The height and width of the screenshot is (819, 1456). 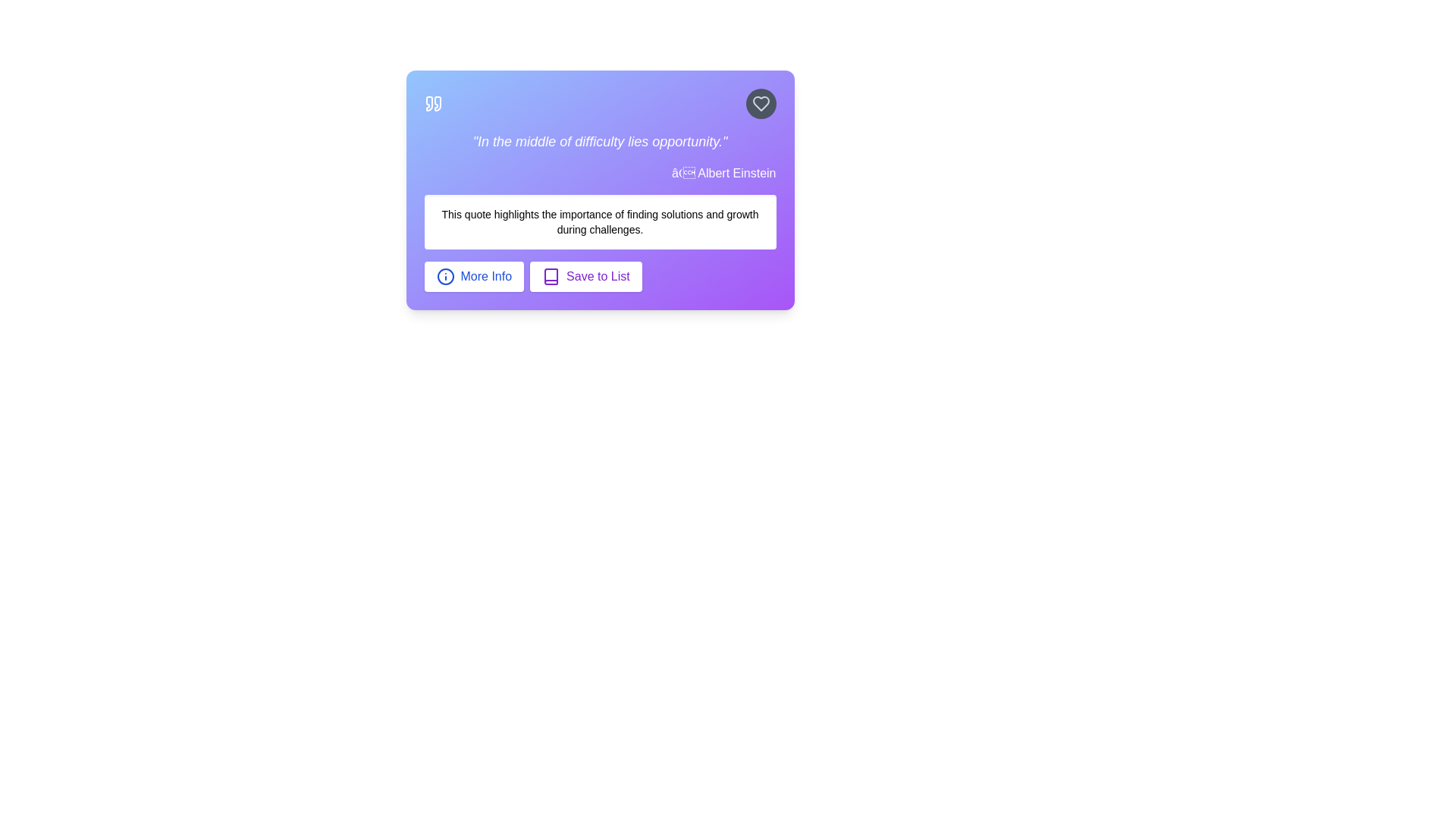 I want to click on the icons located in the Decorative Bar with Icons at the top of the quote card, so click(x=599, y=103).